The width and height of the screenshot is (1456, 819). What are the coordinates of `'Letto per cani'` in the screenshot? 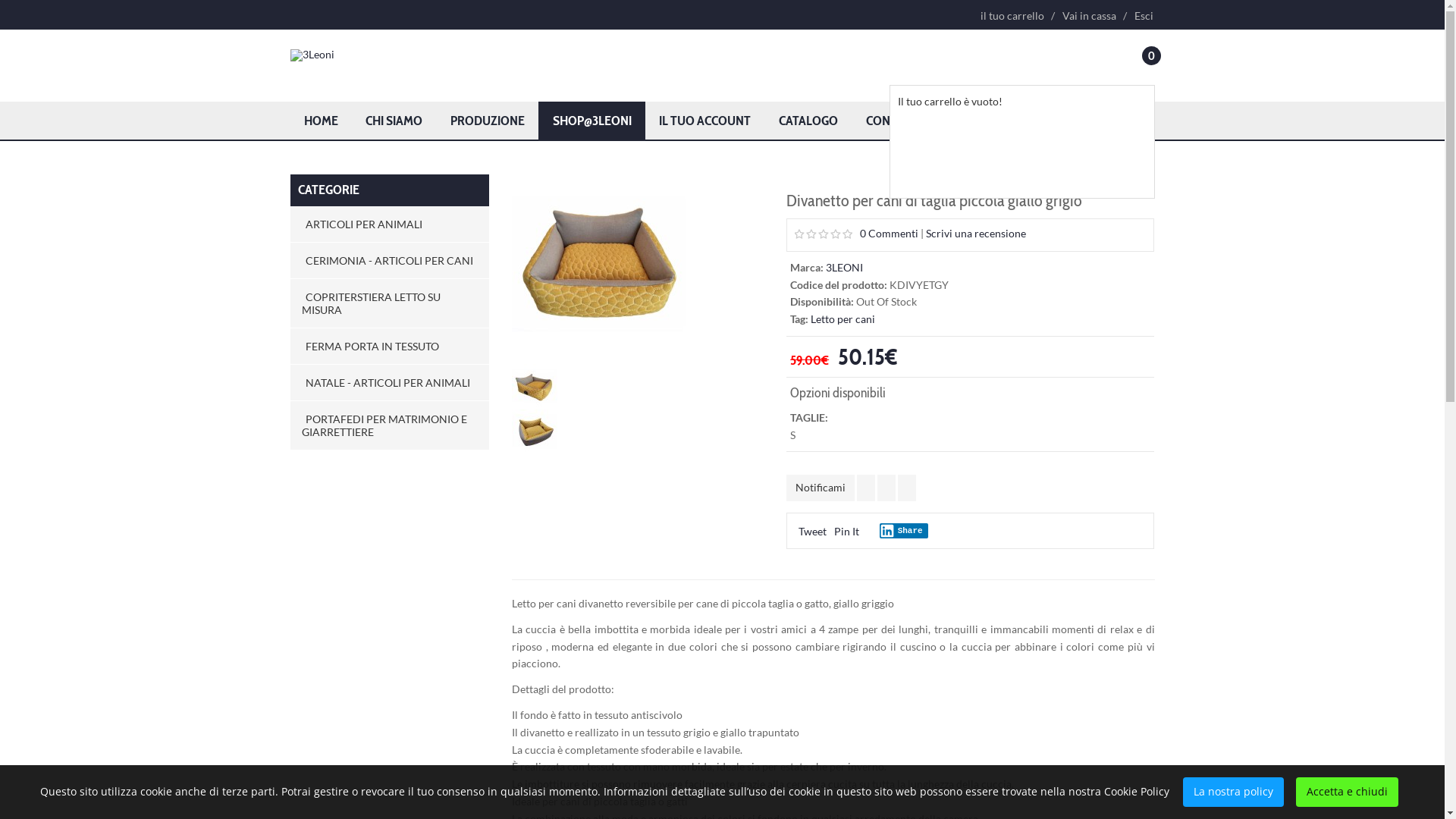 It's located at (842, 318).